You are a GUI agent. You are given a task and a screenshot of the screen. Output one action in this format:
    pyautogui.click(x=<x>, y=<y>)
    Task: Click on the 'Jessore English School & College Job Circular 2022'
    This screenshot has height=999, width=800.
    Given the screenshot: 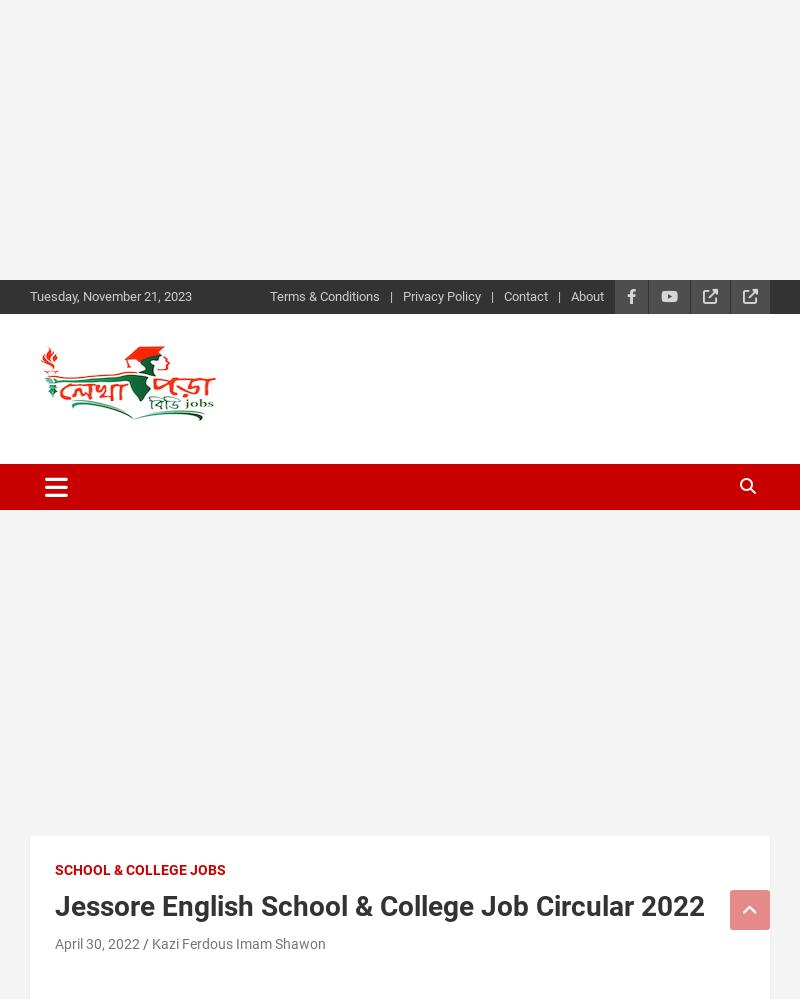 What is the action you would take?
    pyautogui.click(x=379, y=905)
    